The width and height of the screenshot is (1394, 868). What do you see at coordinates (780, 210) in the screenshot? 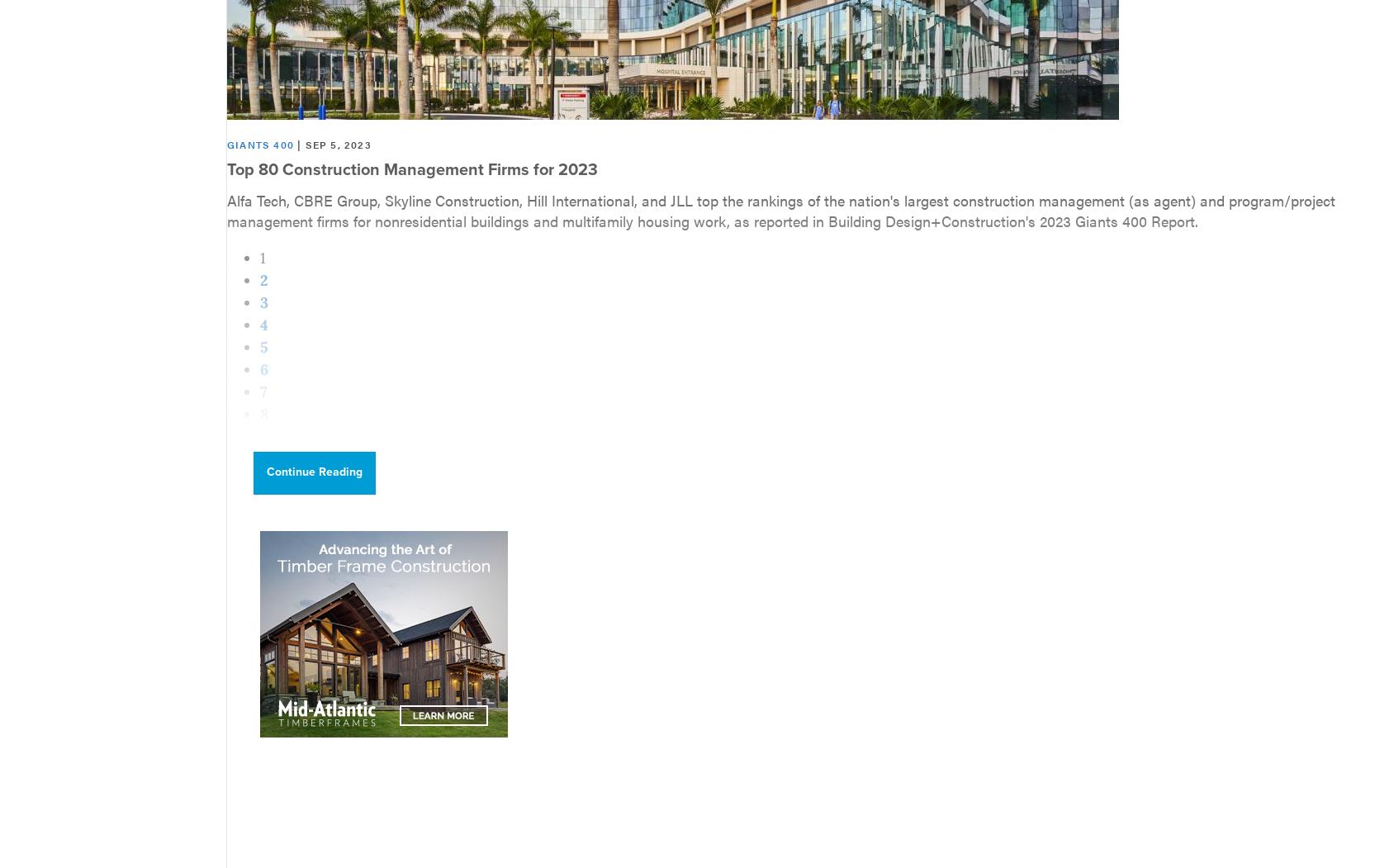
I see `'Alfa Tech, CBRE Group, Skyline Construction, Hill International, and JLL top the rankings of the nation's largest construction management (as agent) and program/project management firms for nonresidential buildings and multifamily housing work, as reported in Building Design+Construction's 2023 Giants 400 Report.'` at bounding box center [780, 210].